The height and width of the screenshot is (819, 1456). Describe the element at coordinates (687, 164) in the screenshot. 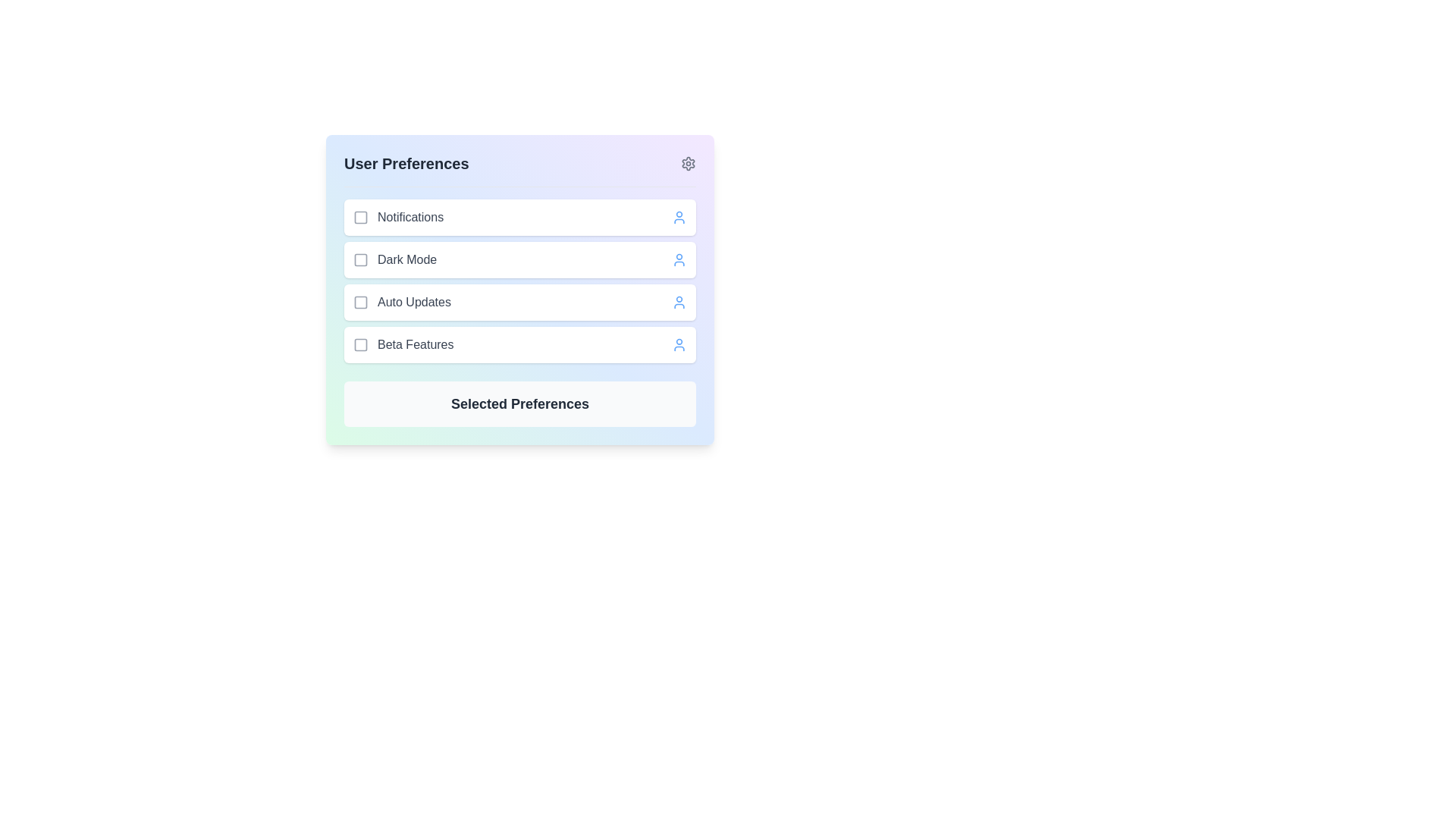

I see `the gear icon located in the header section labeled 'User Preferences'` at that location.